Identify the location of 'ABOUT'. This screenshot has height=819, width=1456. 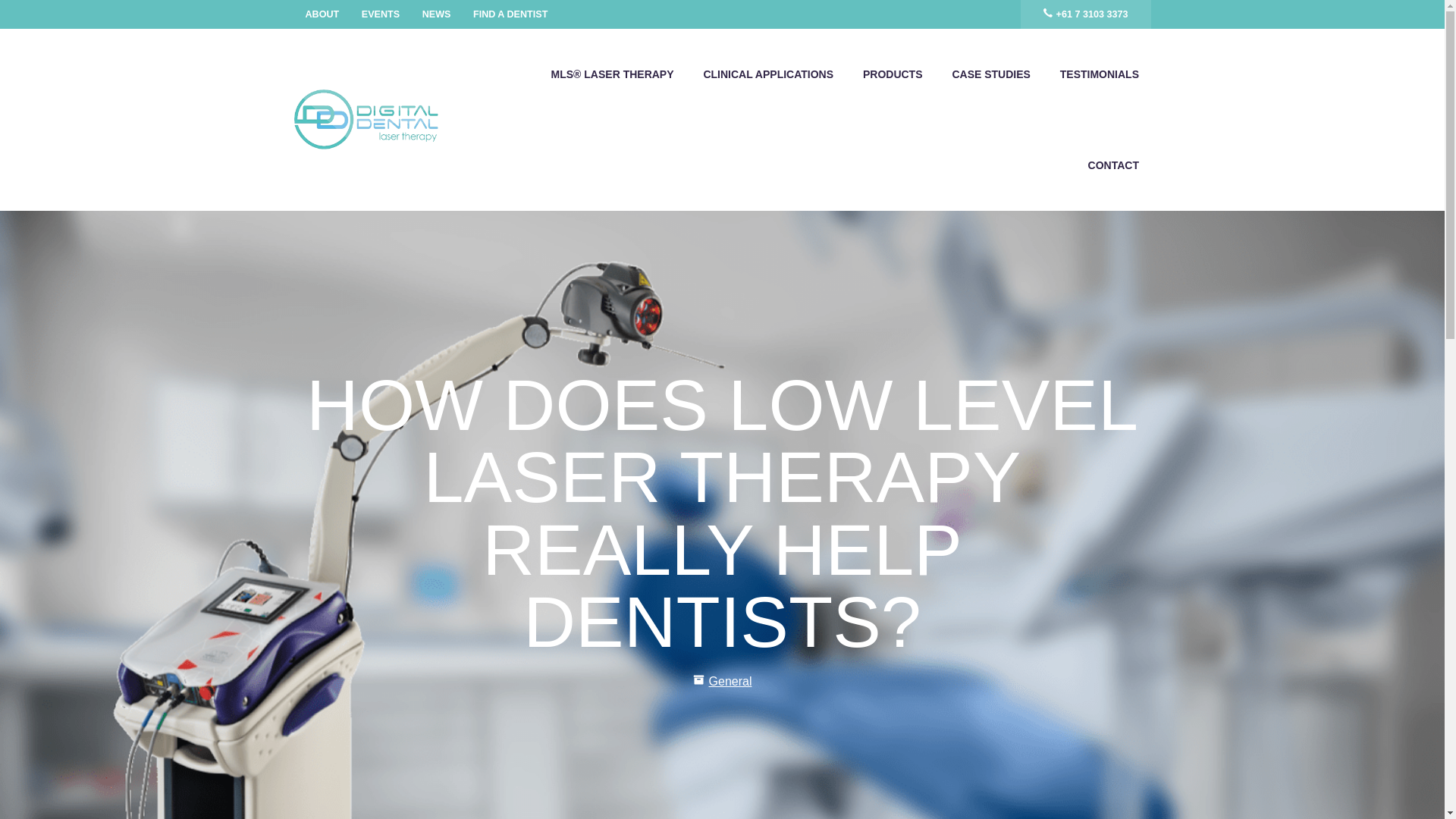
(322, 14).